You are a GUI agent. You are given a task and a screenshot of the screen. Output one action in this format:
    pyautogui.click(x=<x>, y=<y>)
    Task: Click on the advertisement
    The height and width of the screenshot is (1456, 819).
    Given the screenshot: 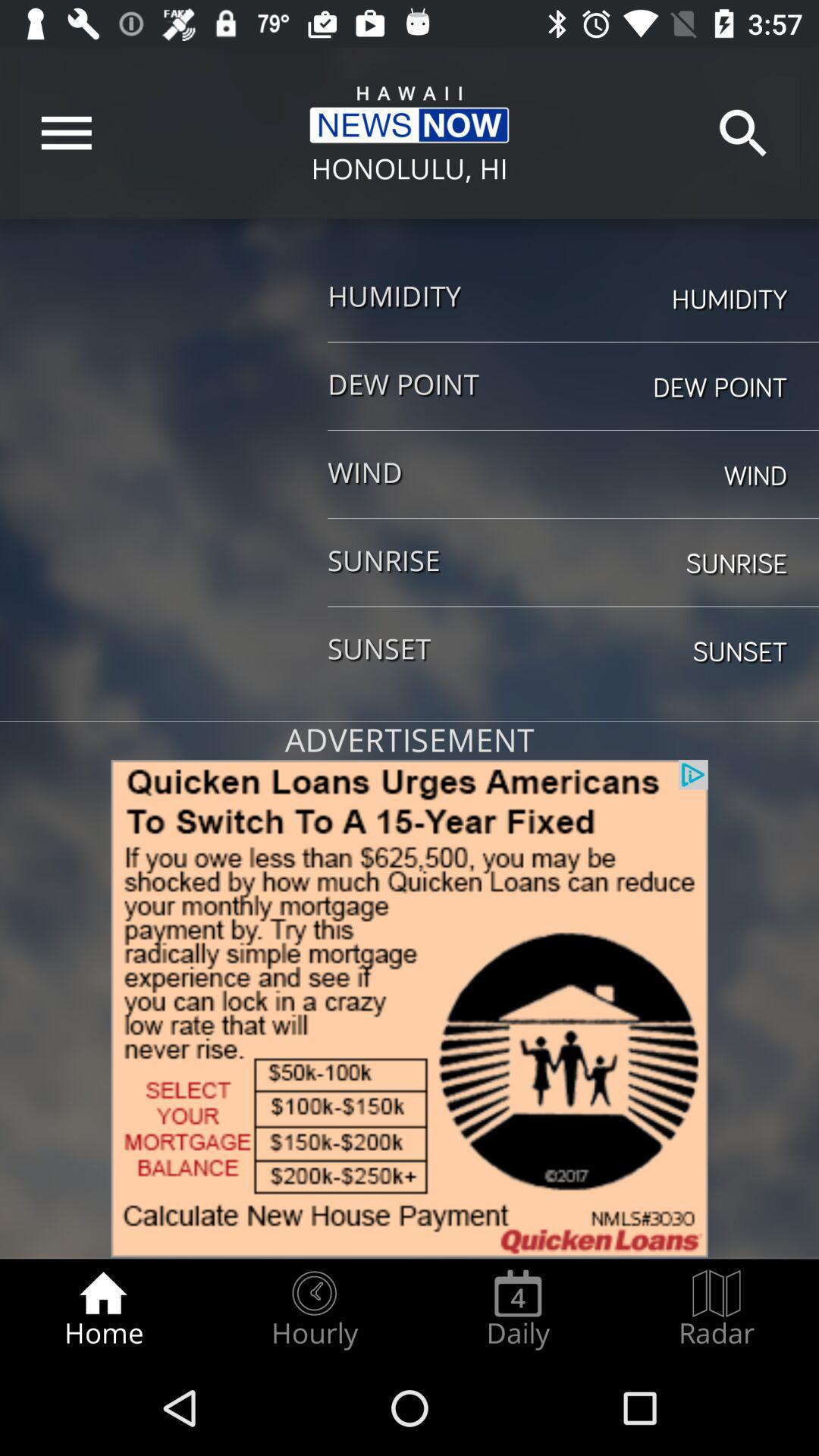 What is the action you would take?
    pyautogui.click(x=409, y=1009)
    